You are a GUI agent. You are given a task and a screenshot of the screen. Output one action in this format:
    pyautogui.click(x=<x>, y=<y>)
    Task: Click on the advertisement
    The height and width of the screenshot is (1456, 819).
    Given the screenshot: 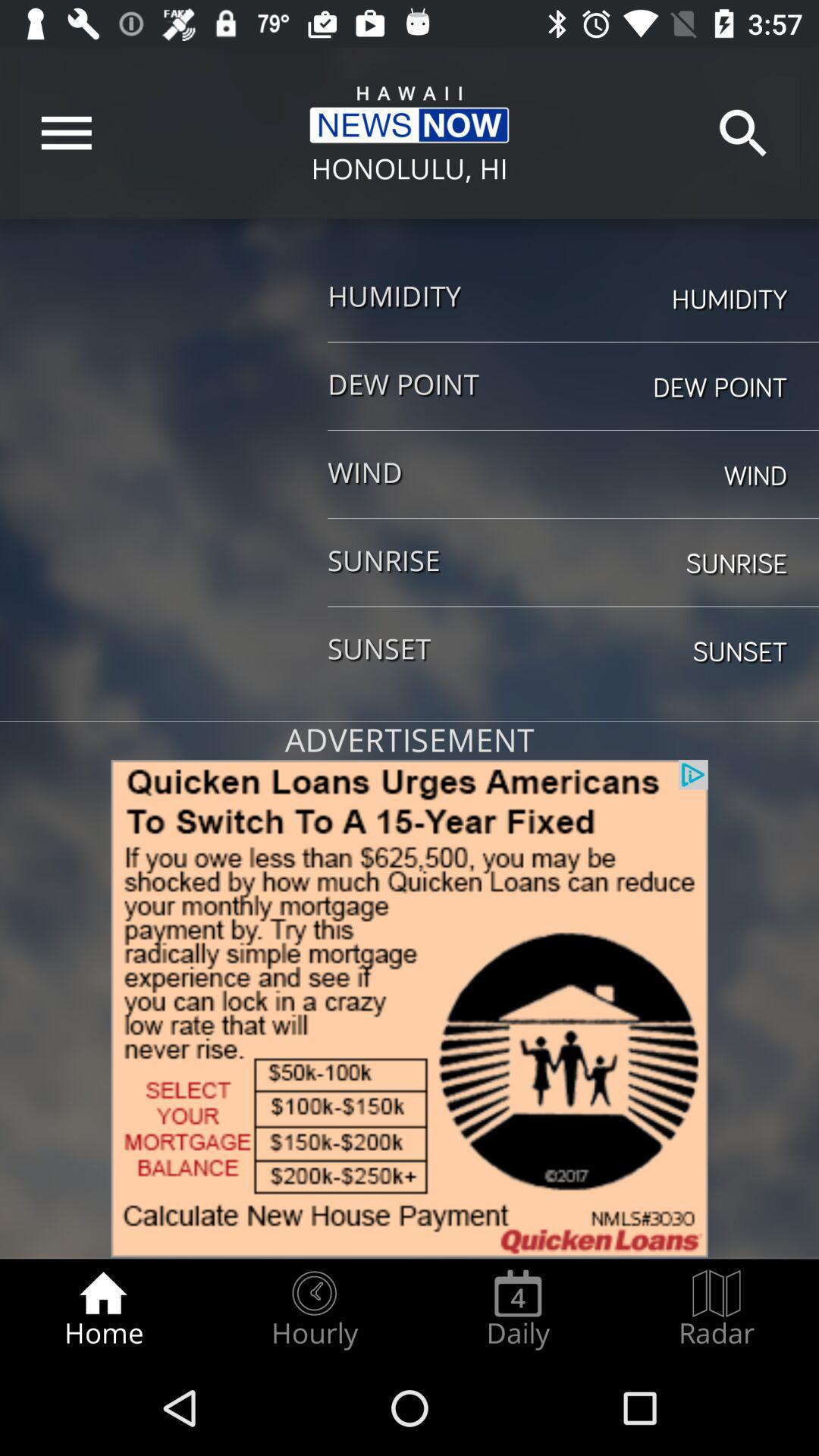 What is the action you would take?
    pyautogui.click(x=409, y=1009)
    